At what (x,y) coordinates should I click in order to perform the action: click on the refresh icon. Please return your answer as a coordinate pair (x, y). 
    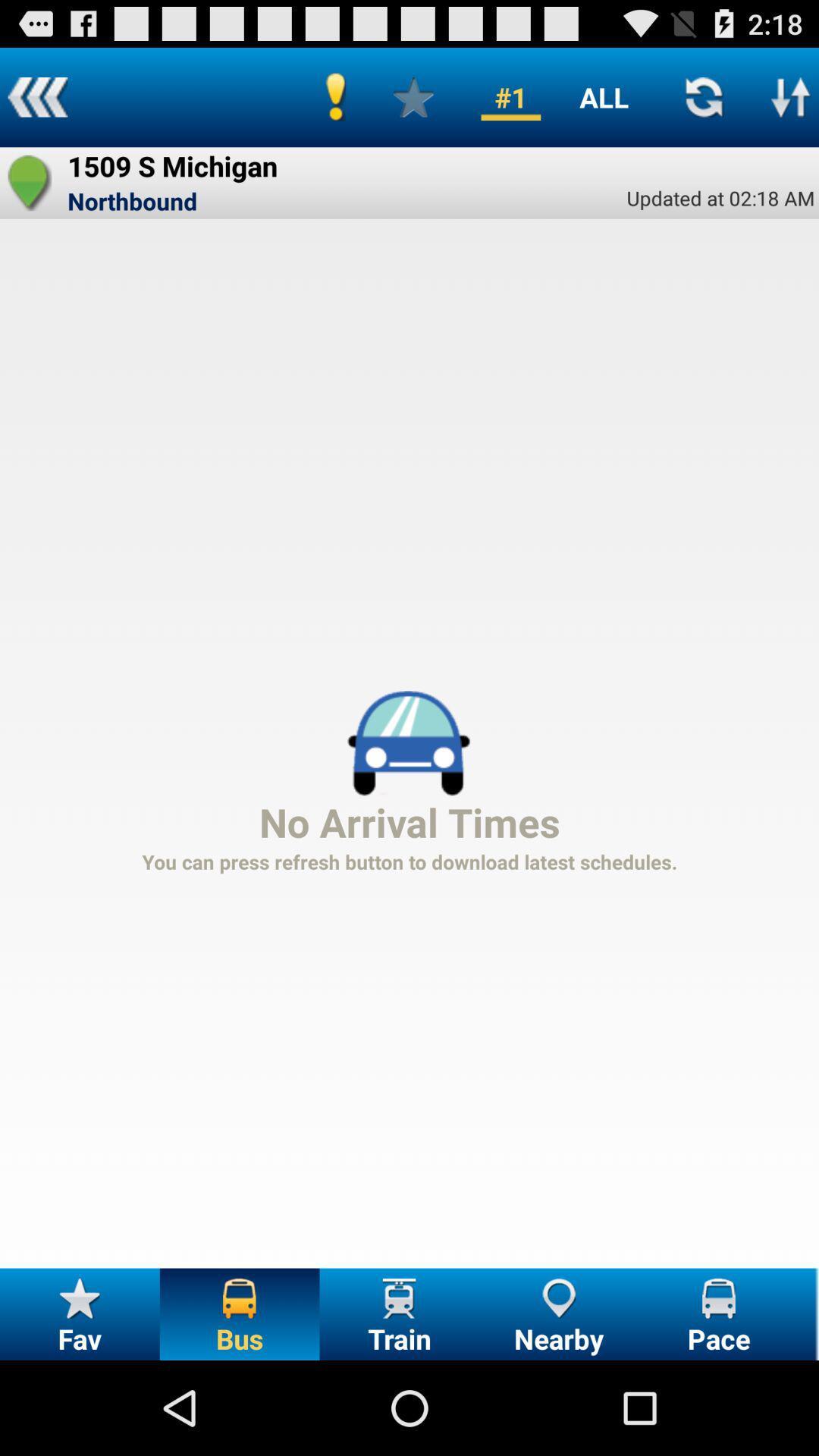
    Looking at the image, I should click on (703, 103).